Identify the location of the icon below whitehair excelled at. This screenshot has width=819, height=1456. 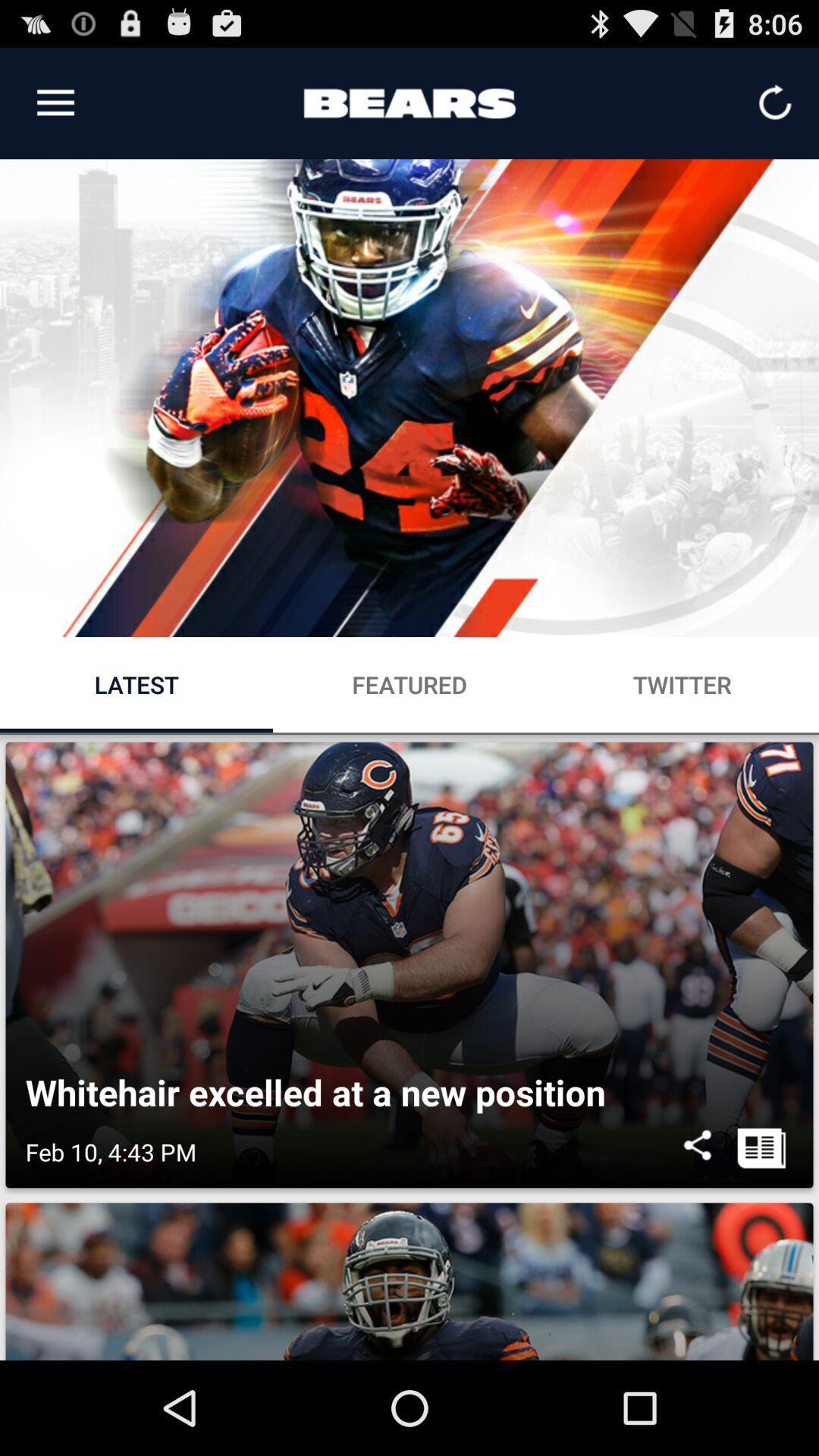
(697, 1152).